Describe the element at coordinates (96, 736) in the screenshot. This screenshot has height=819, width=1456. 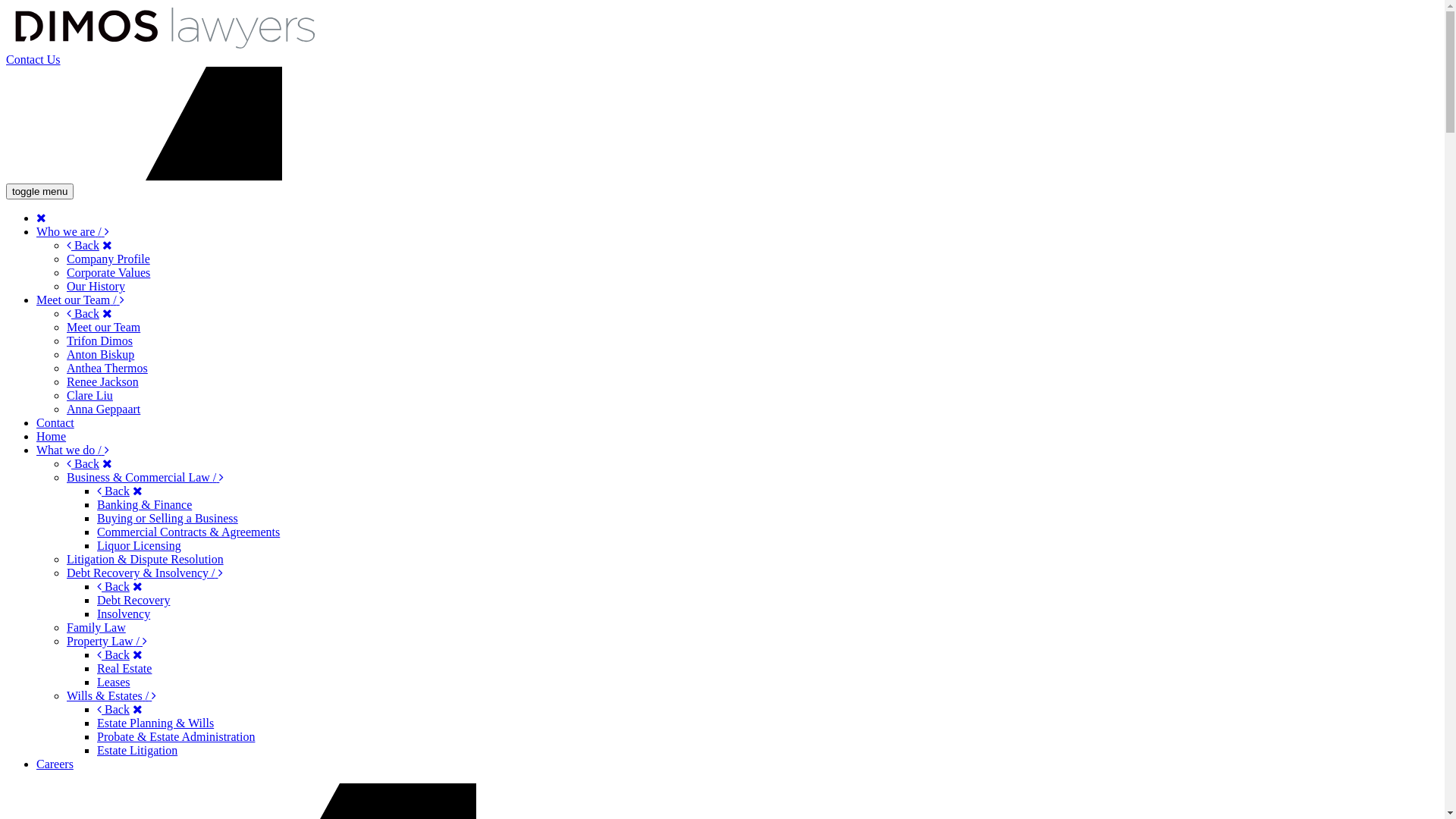
I see `'Probate & Estate Administration'` at that location.